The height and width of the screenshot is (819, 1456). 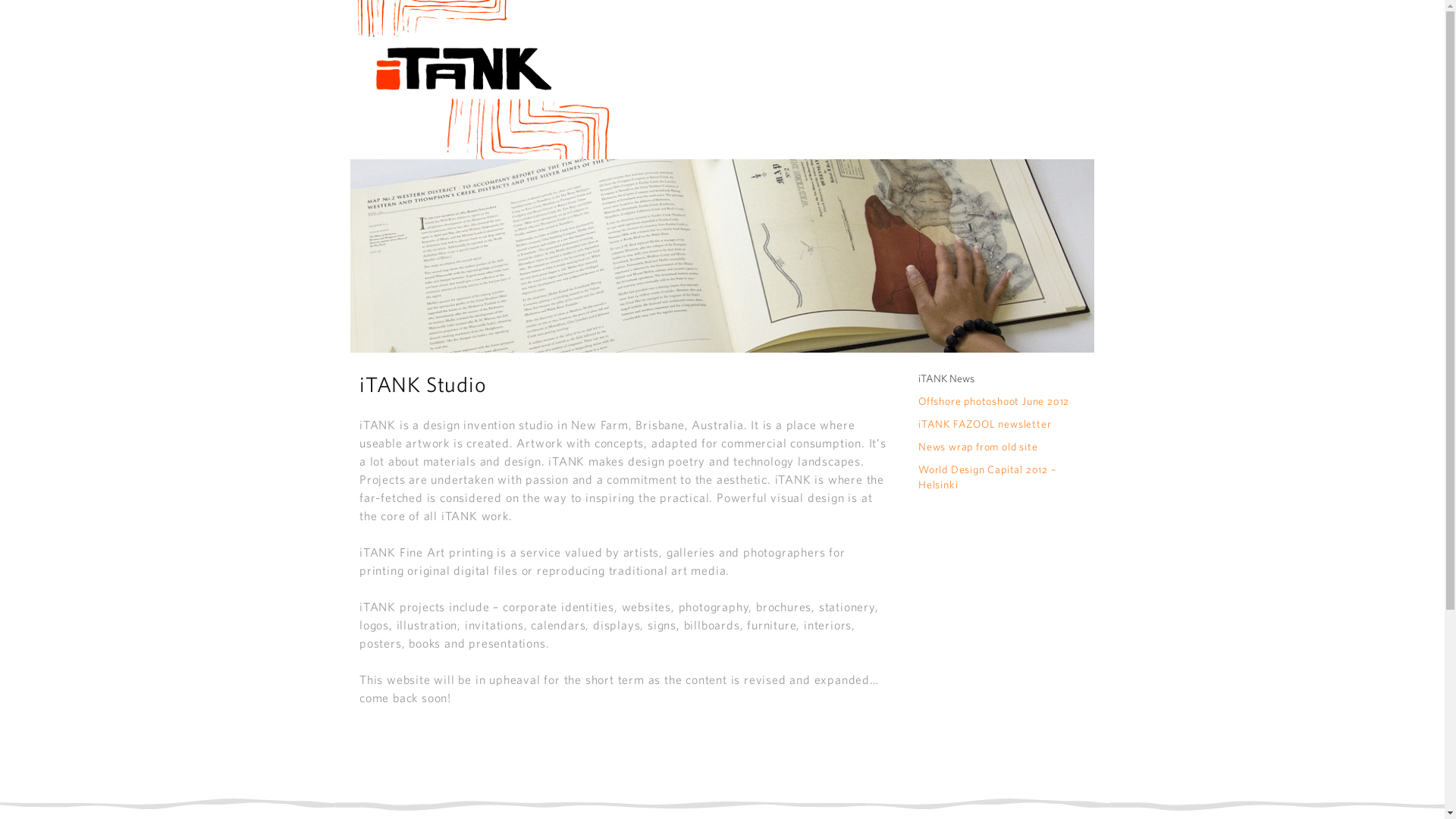 What do you see at coordinates (479, 79) in the screenshot?
I see `'iTANK'` at bounding box center [479, 79].